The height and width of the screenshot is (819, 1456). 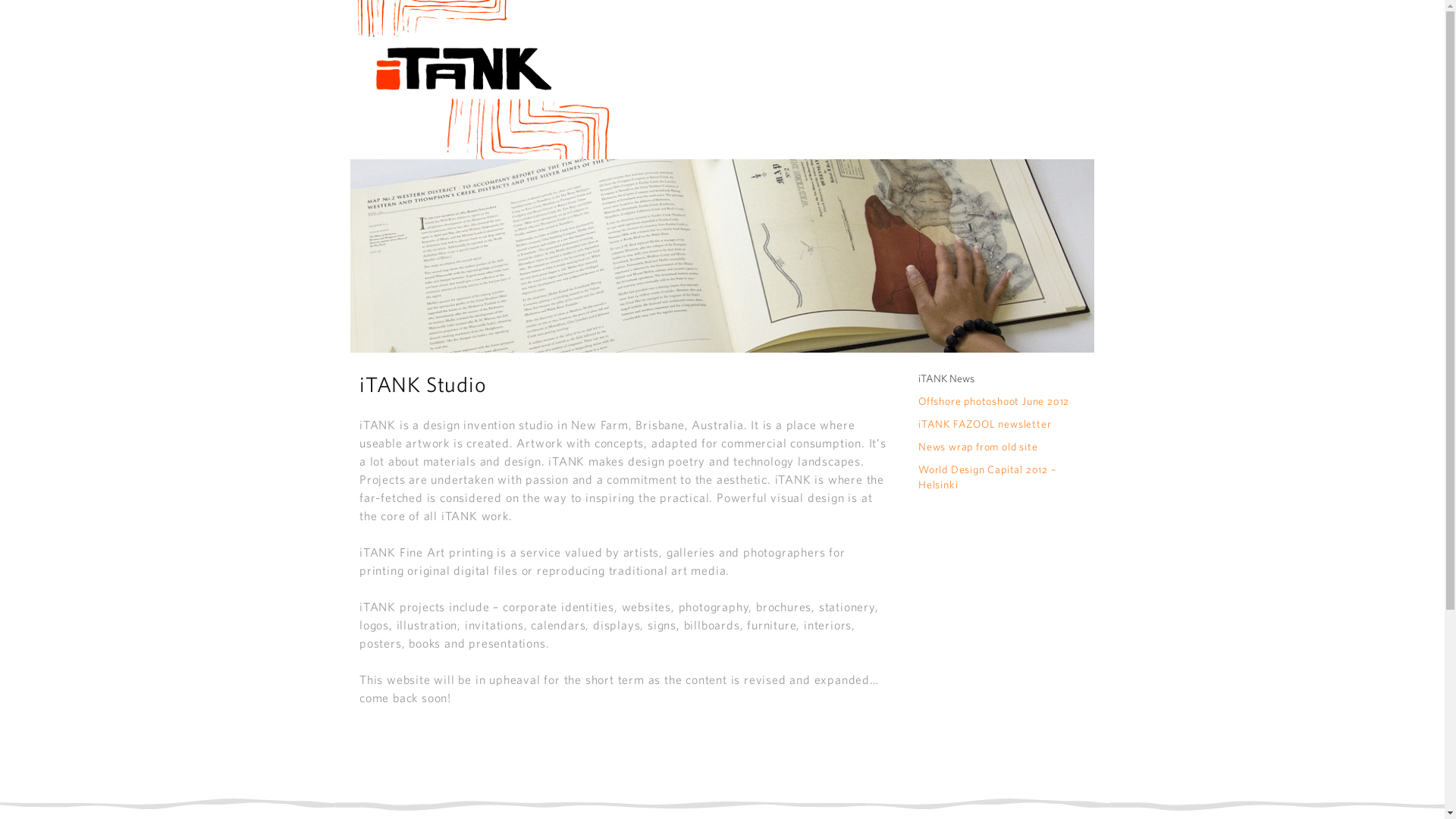 What do you see at coordinates (479, 79) in the screenshot?
I see `'iTANK'` at bounding box center [479, 79].